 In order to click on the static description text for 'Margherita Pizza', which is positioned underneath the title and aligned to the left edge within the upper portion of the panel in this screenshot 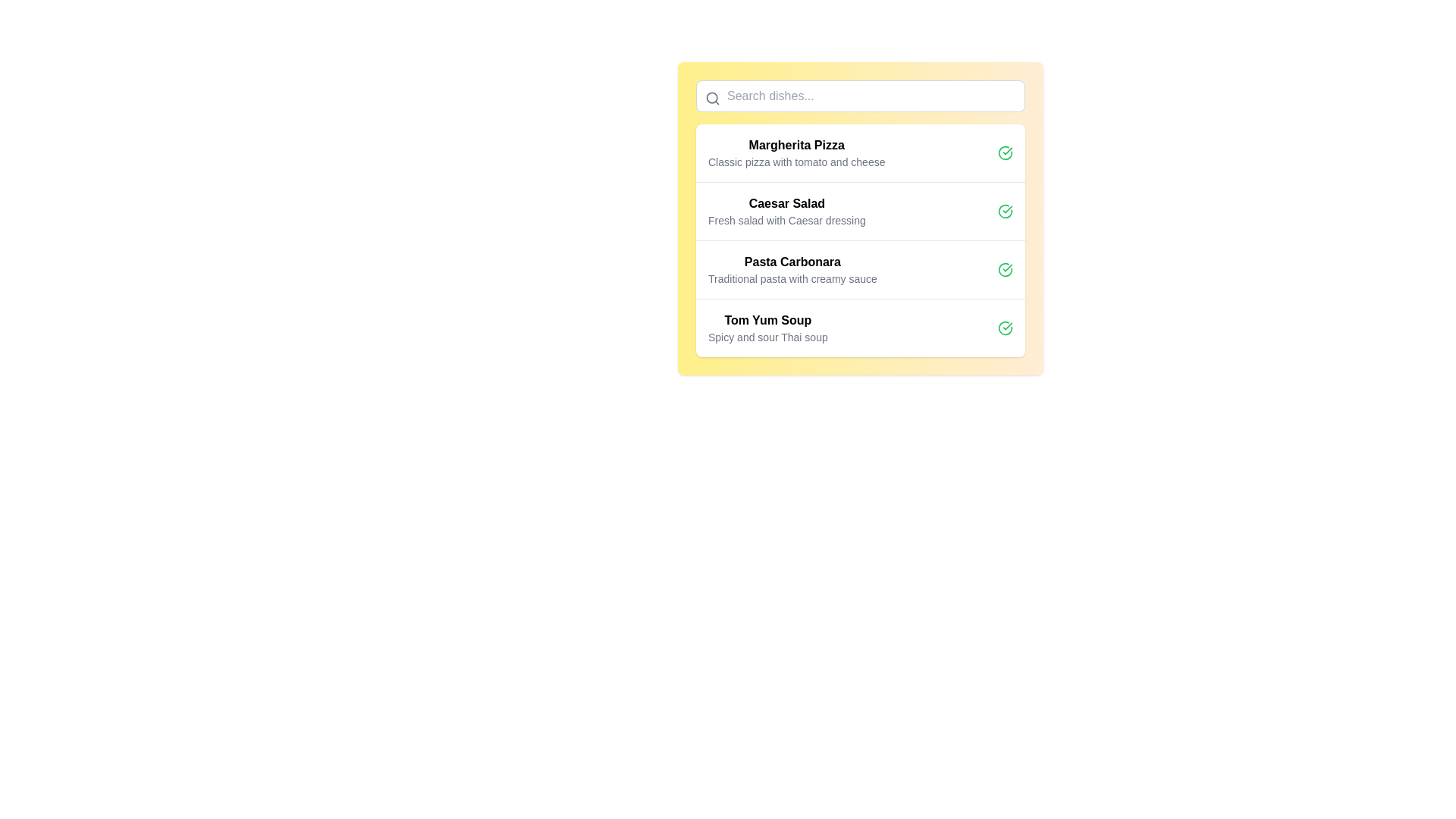, I will do `click(795, 162)`.